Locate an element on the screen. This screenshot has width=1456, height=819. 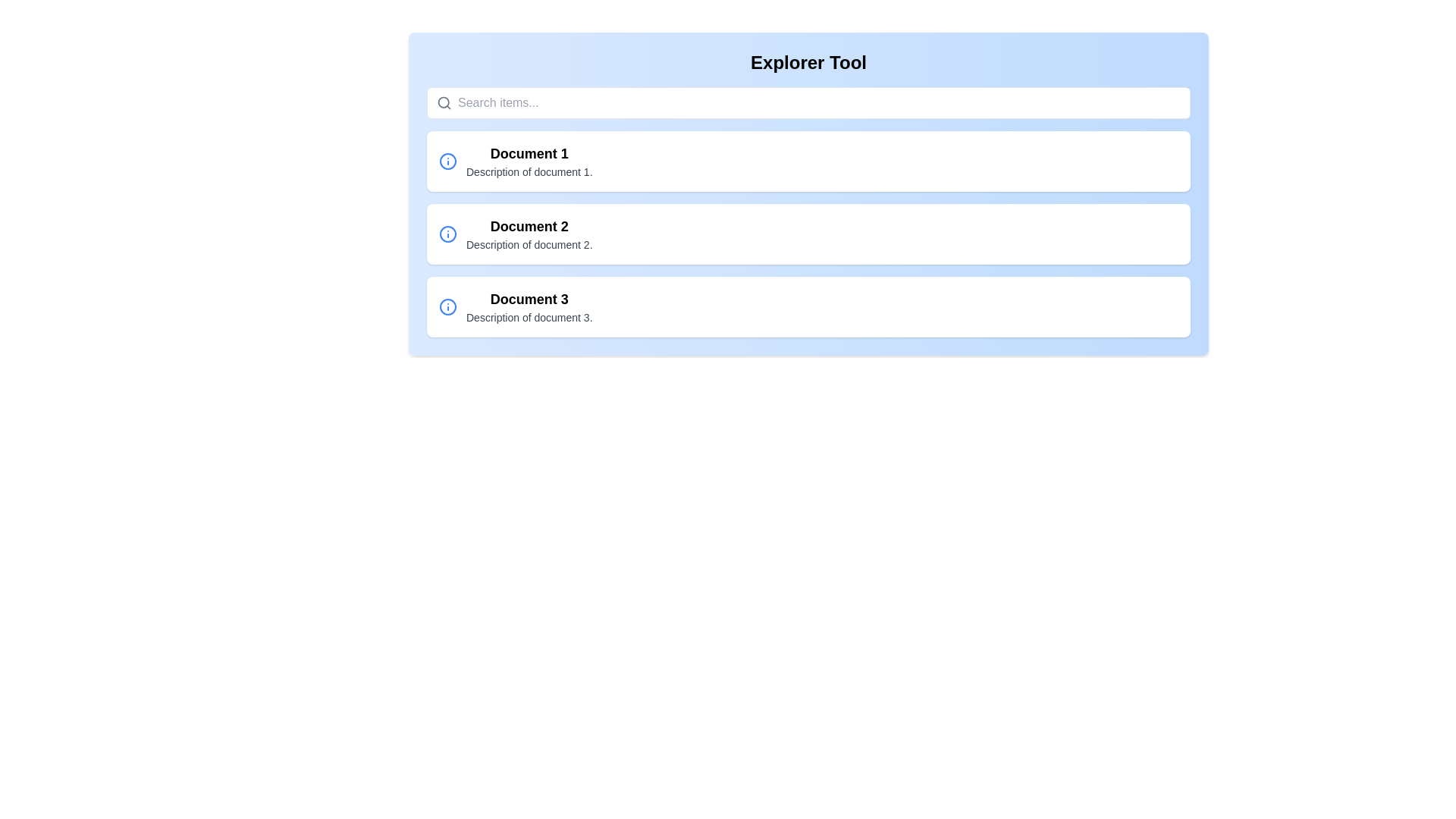
the context from the topmost document title and description label in the Explorer Tool is located at coordinates (529, 161).